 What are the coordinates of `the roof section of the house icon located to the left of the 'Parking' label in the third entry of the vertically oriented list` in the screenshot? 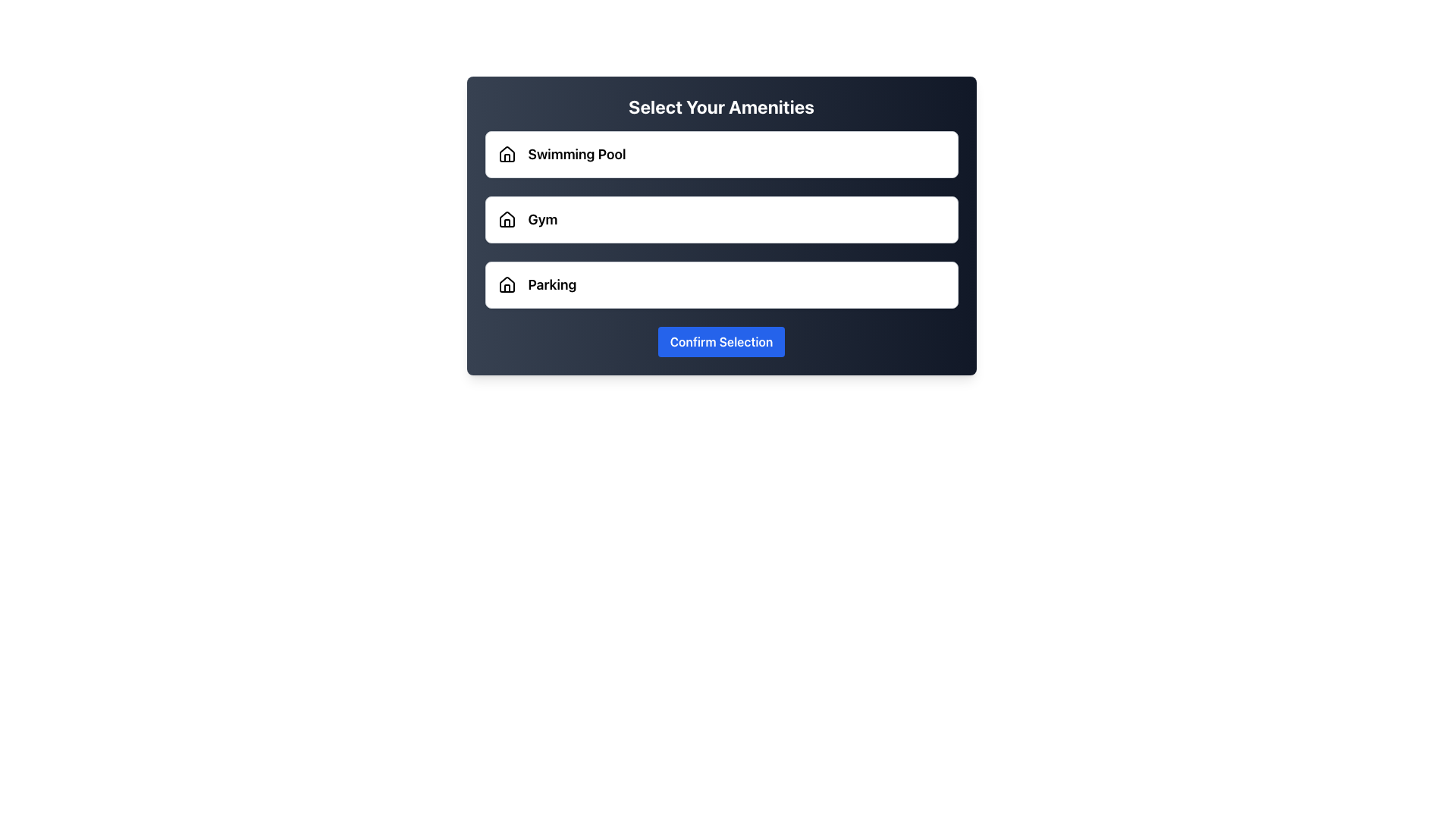 It's located at (507, 288).